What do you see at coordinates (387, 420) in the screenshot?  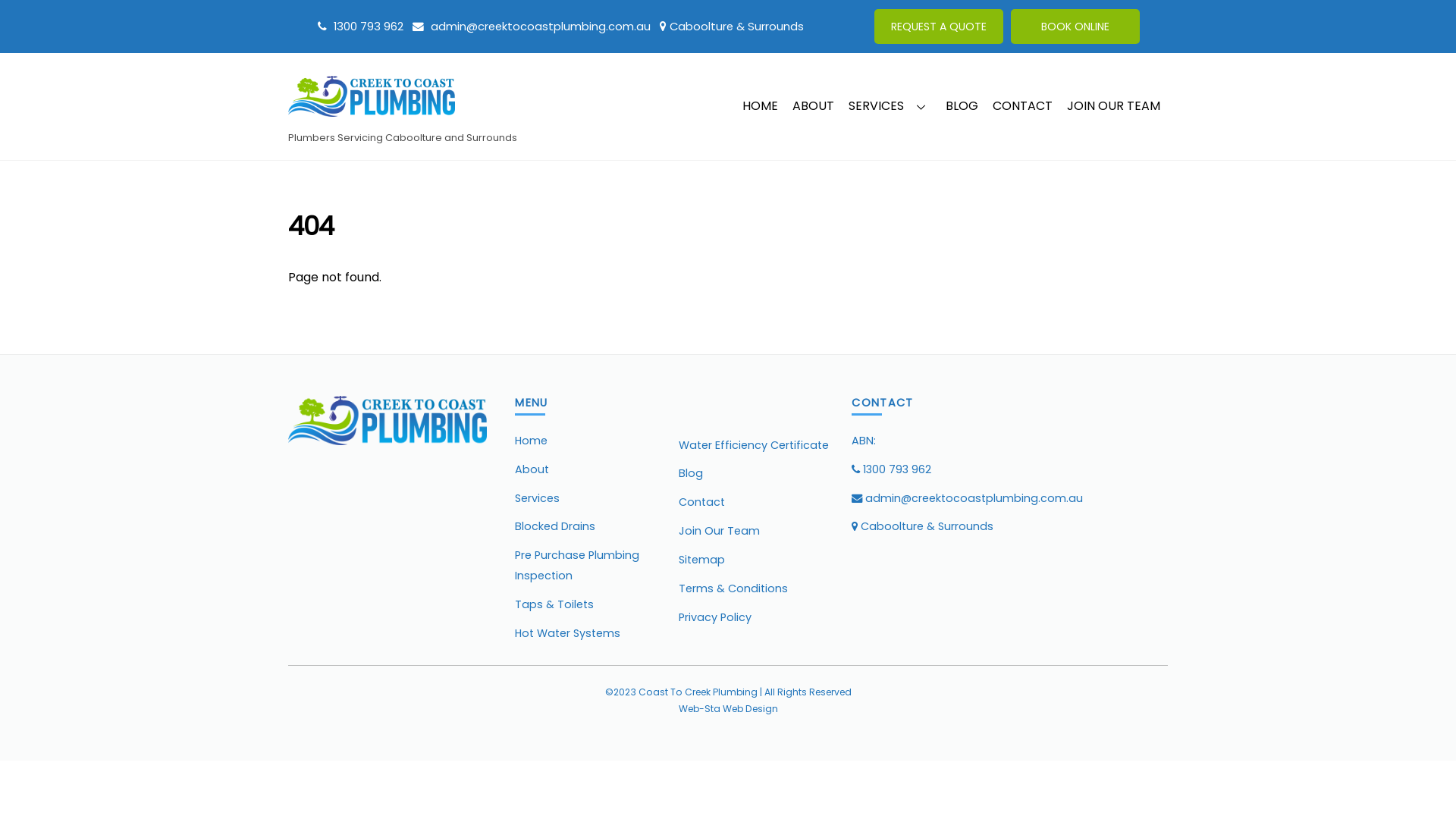 I see `'Creek to Coast Plumbing'` at bounding box center [387, 420].